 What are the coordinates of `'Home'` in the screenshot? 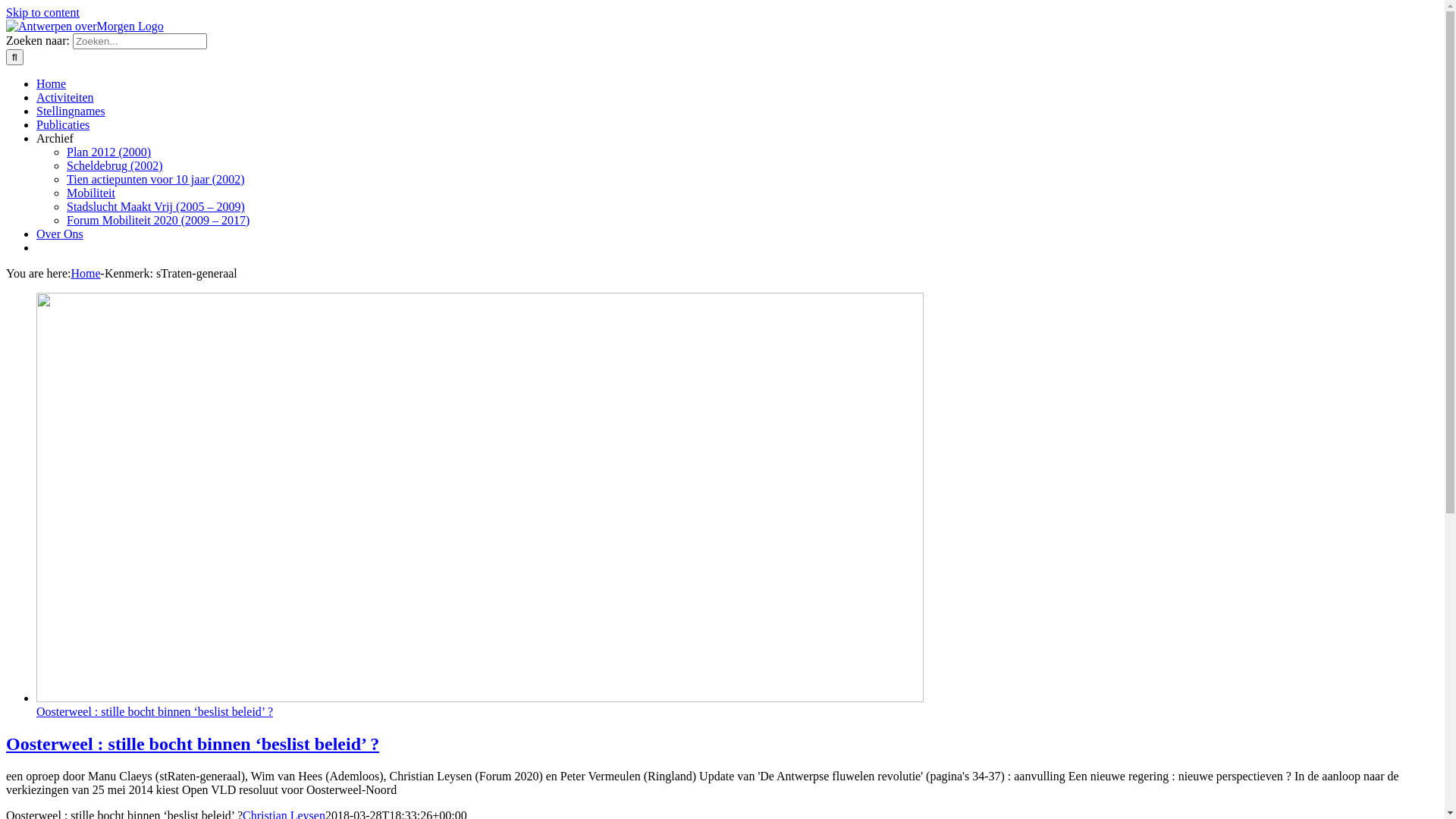 It's located at (84, 273).